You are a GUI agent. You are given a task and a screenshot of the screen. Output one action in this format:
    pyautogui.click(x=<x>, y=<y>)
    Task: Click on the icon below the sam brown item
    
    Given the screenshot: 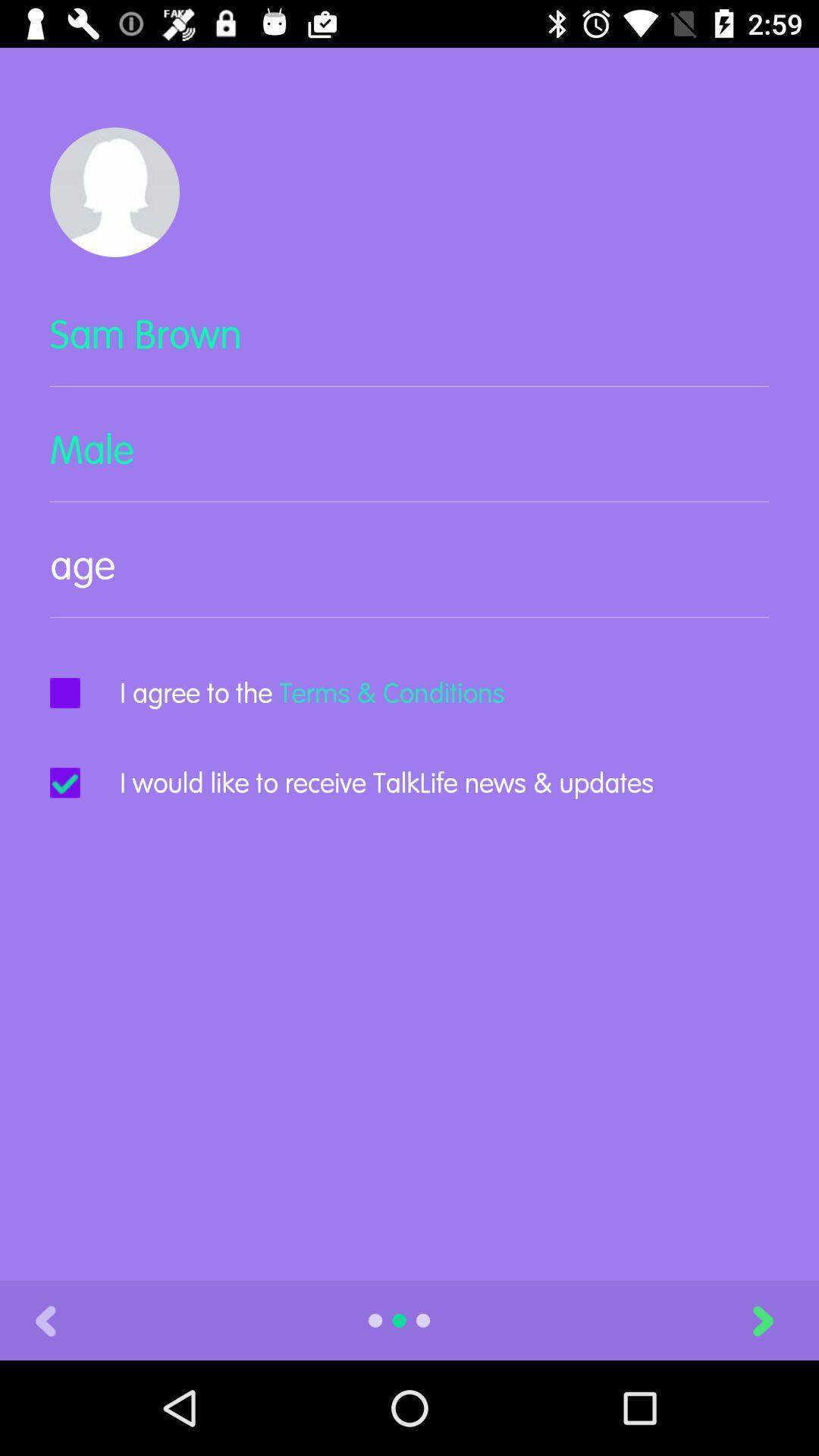 What is the action you would take?
    pyautogui.click(x=409, y=461)
    